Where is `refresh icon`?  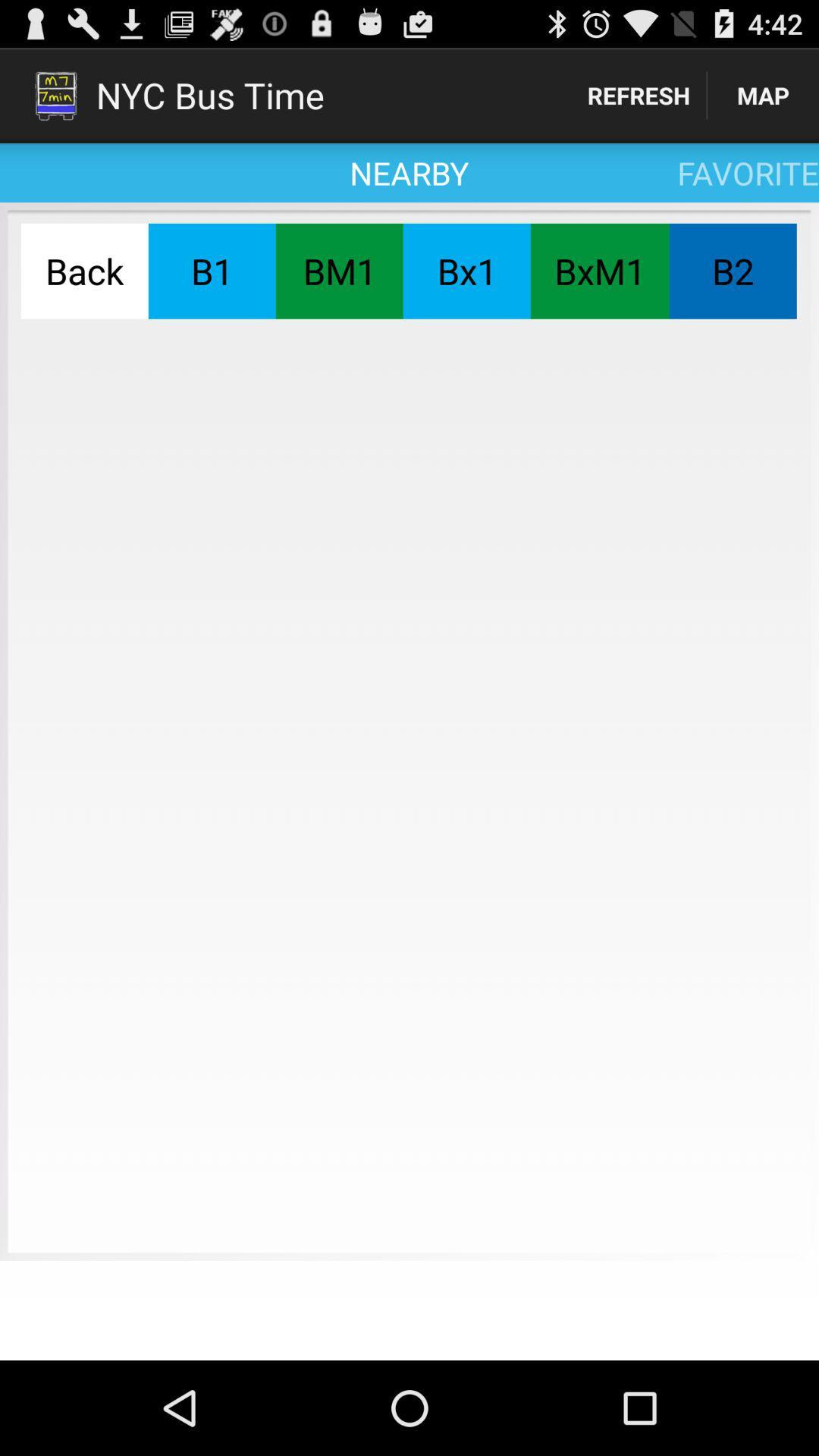 refresh icon is located at coordinates (639, 94).